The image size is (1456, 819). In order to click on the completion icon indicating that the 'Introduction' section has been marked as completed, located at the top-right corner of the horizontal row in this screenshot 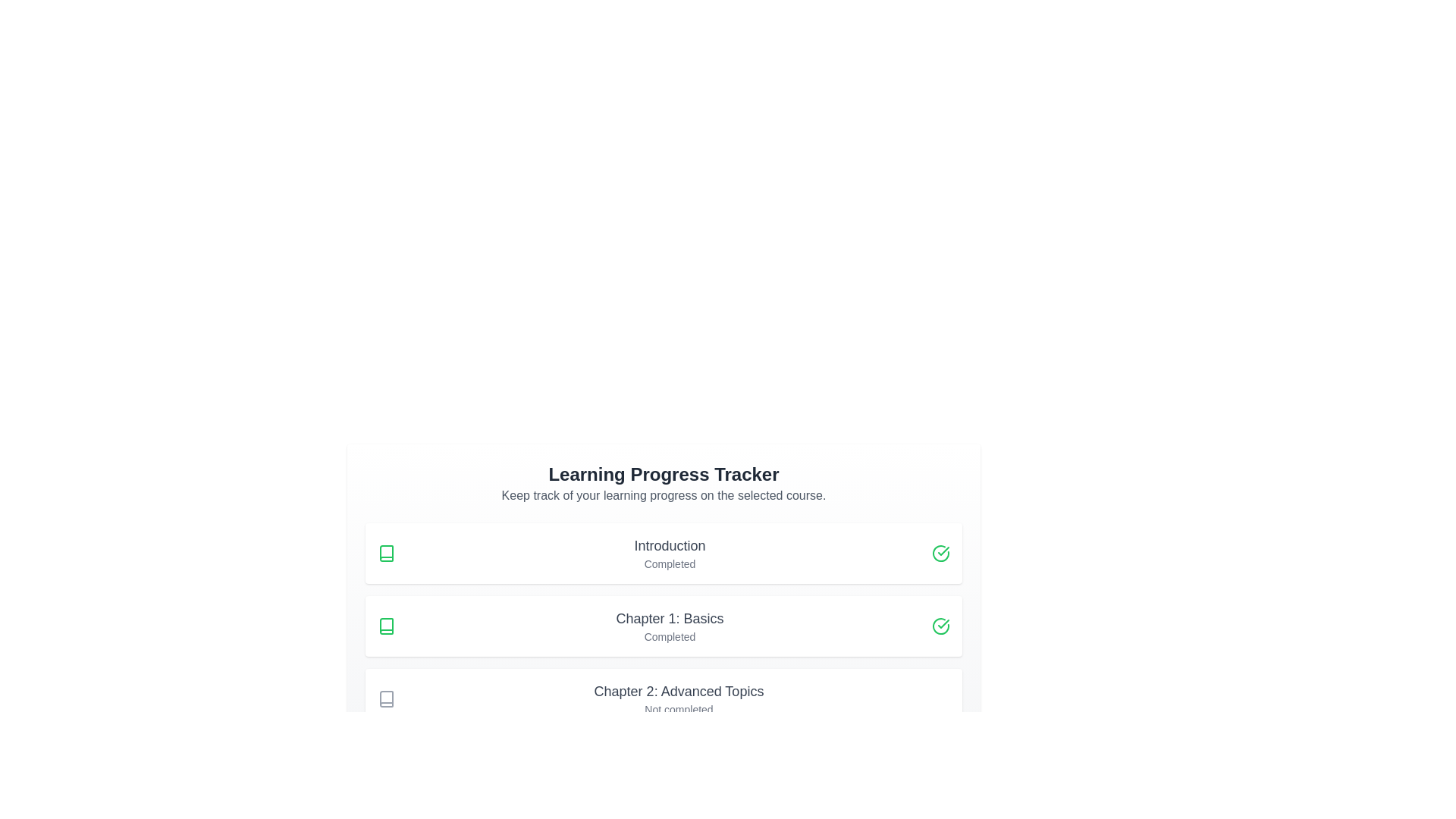, I will do `click(940, 553)`.